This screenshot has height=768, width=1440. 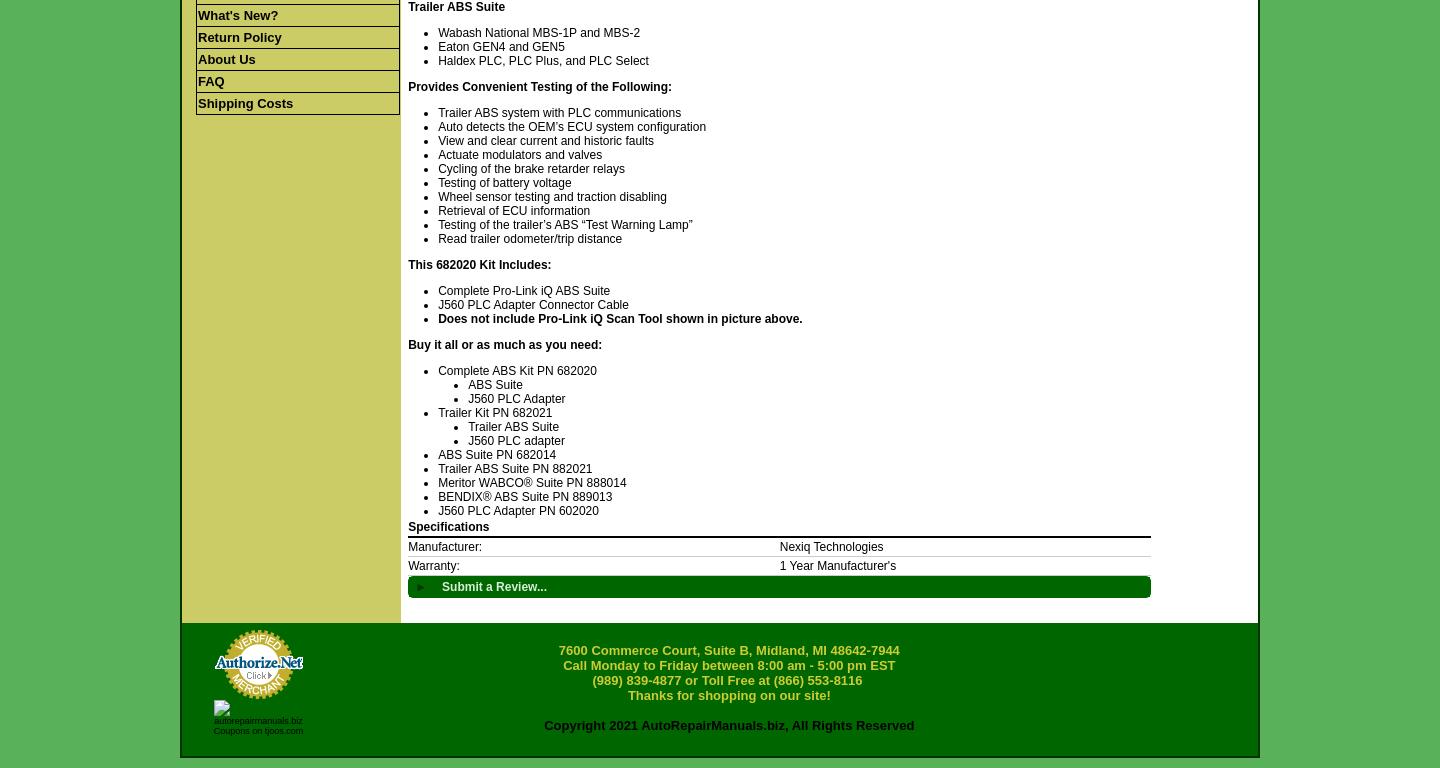 I want to click on 'Trailer ABS Suite', so click(x=512, y=426).